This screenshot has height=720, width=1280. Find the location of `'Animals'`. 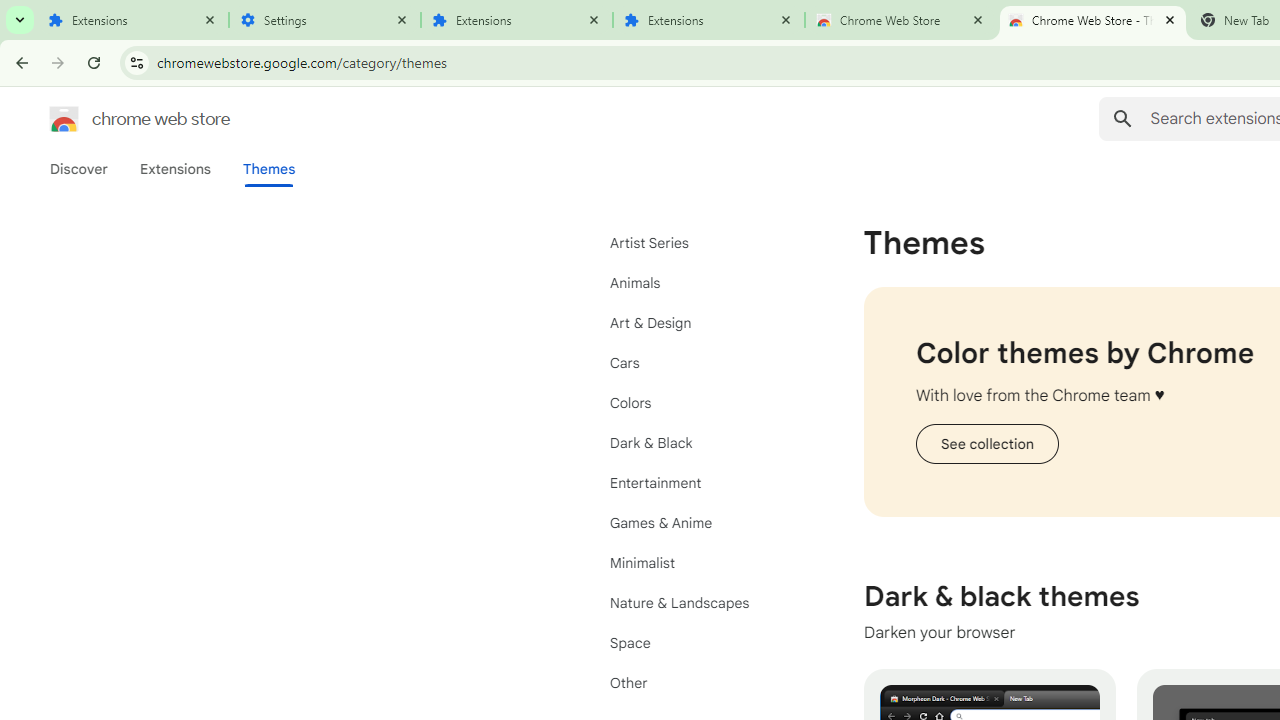

'Animals' is located at coordinates (700, 282).